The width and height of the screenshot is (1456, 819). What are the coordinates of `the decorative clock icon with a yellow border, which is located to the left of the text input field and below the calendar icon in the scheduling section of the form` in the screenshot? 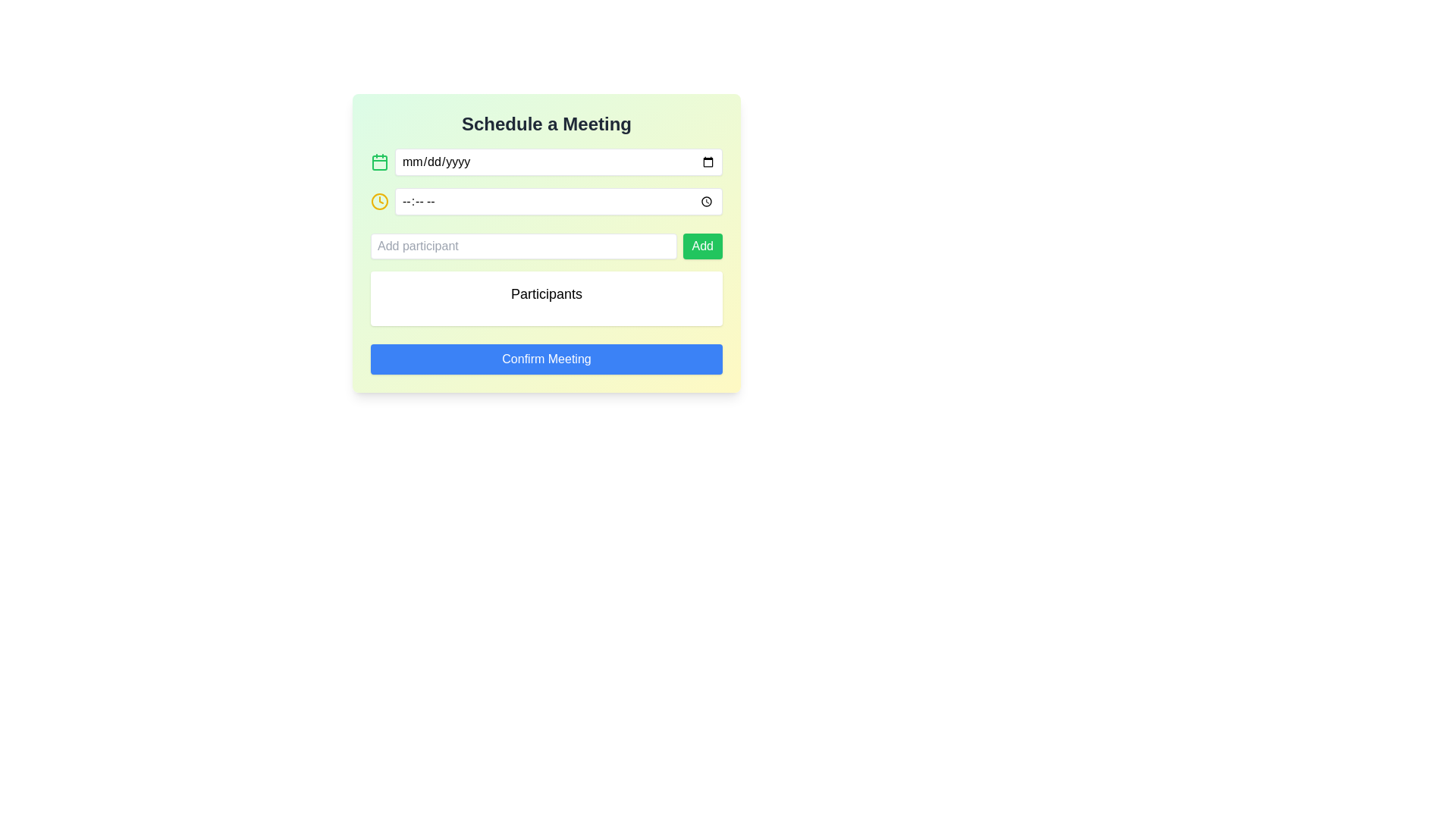 It's located at (379, 201).